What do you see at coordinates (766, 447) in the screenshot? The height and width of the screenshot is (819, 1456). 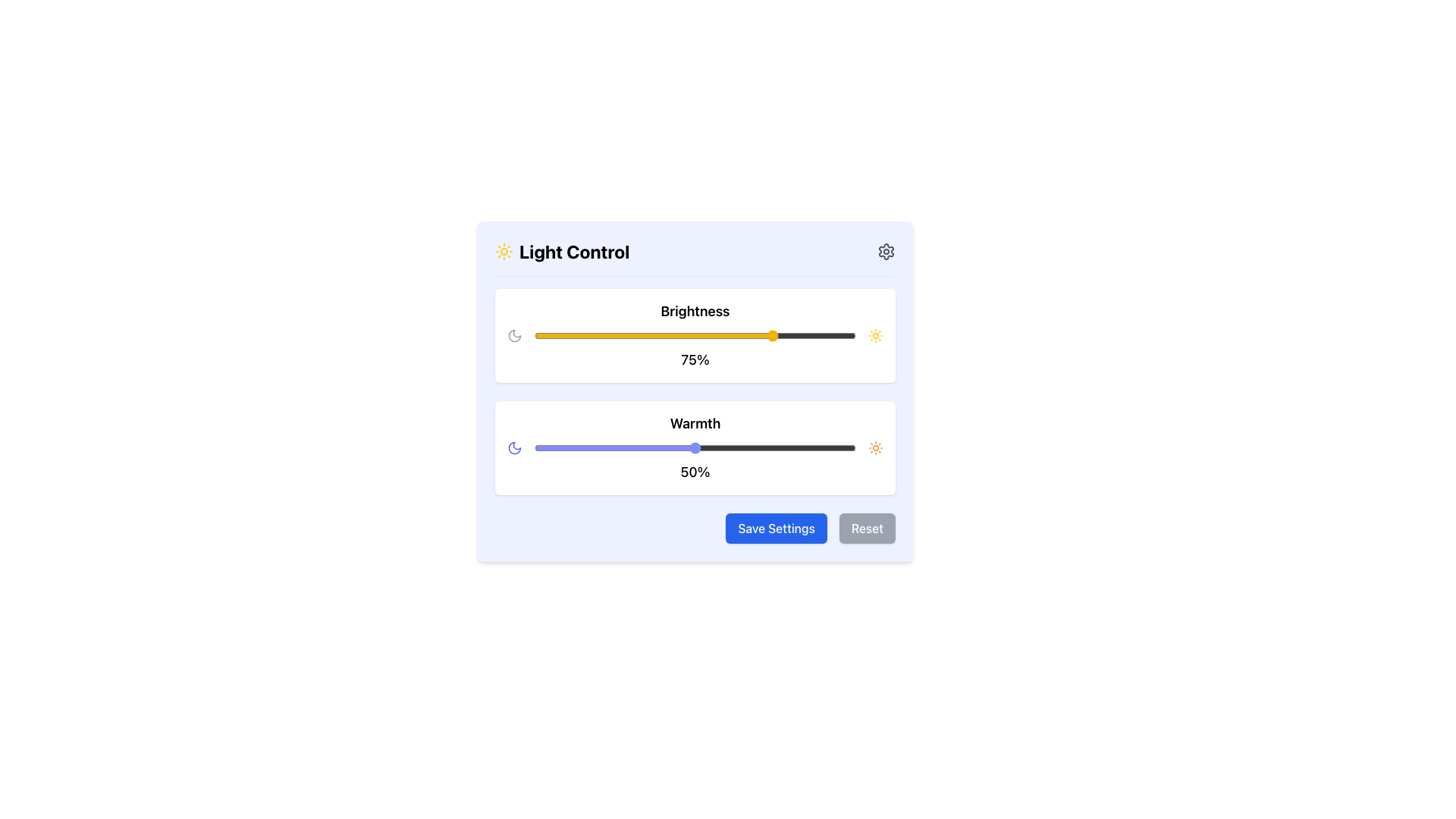 I see `warmth` at bounding box center [766, 447].